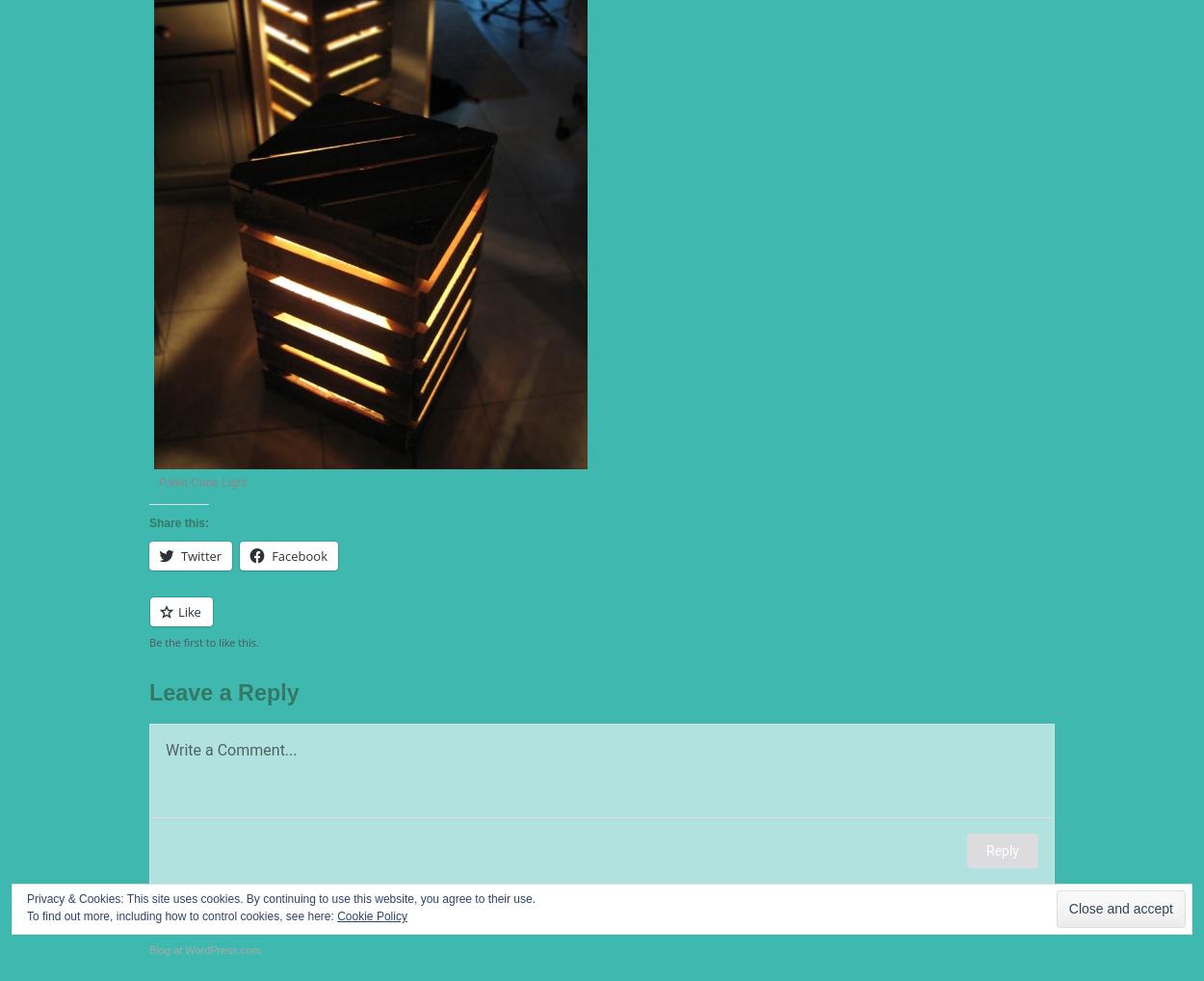 The image size is (1204, 981). I want to click on 'Leave a Reply', so click(149, 690).